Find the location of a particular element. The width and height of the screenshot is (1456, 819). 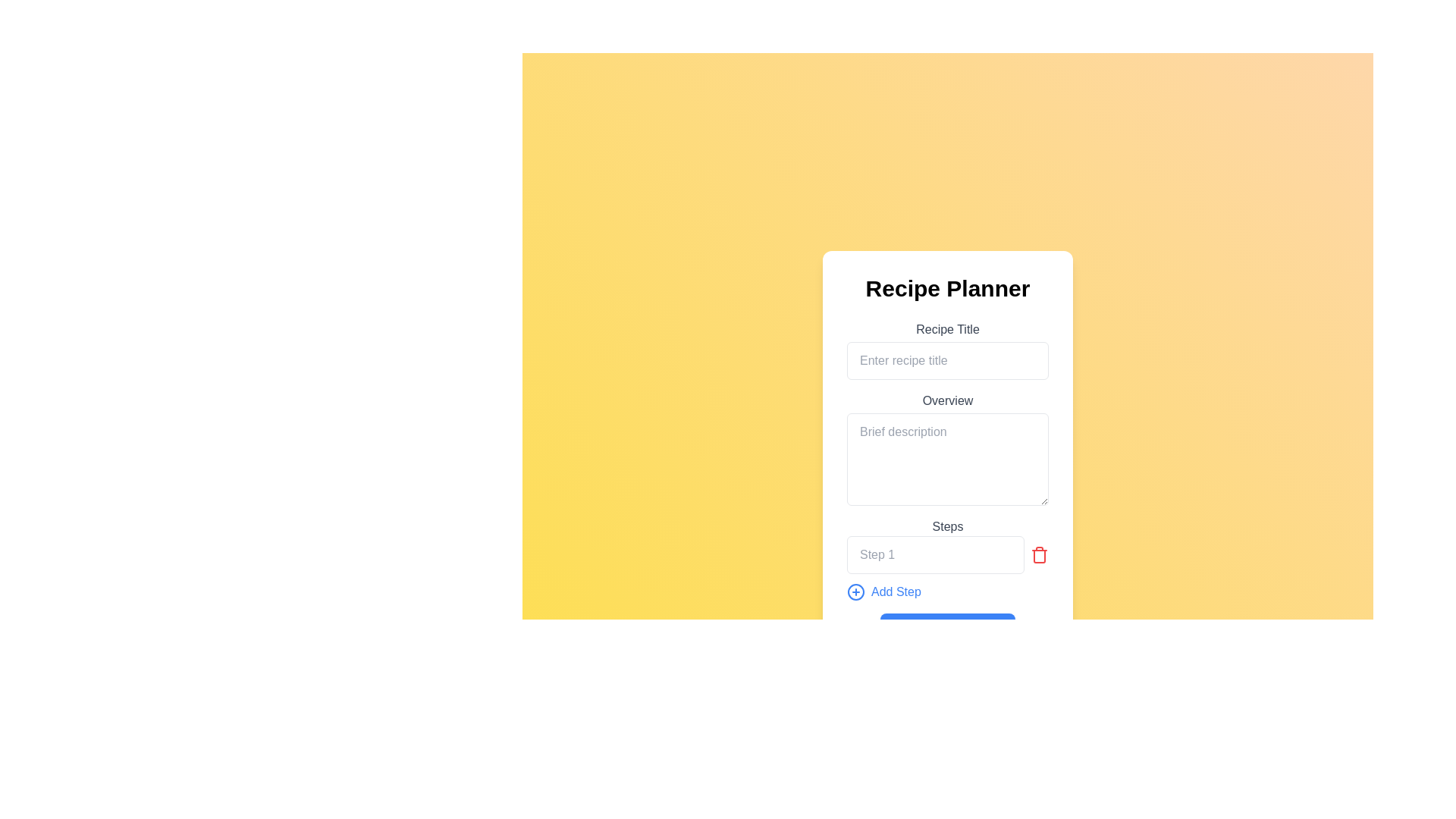

the 'Recipe Title' label, which provides context for the 'Enter recipe title' input field located directly below it is located at coordinates (946, 328).